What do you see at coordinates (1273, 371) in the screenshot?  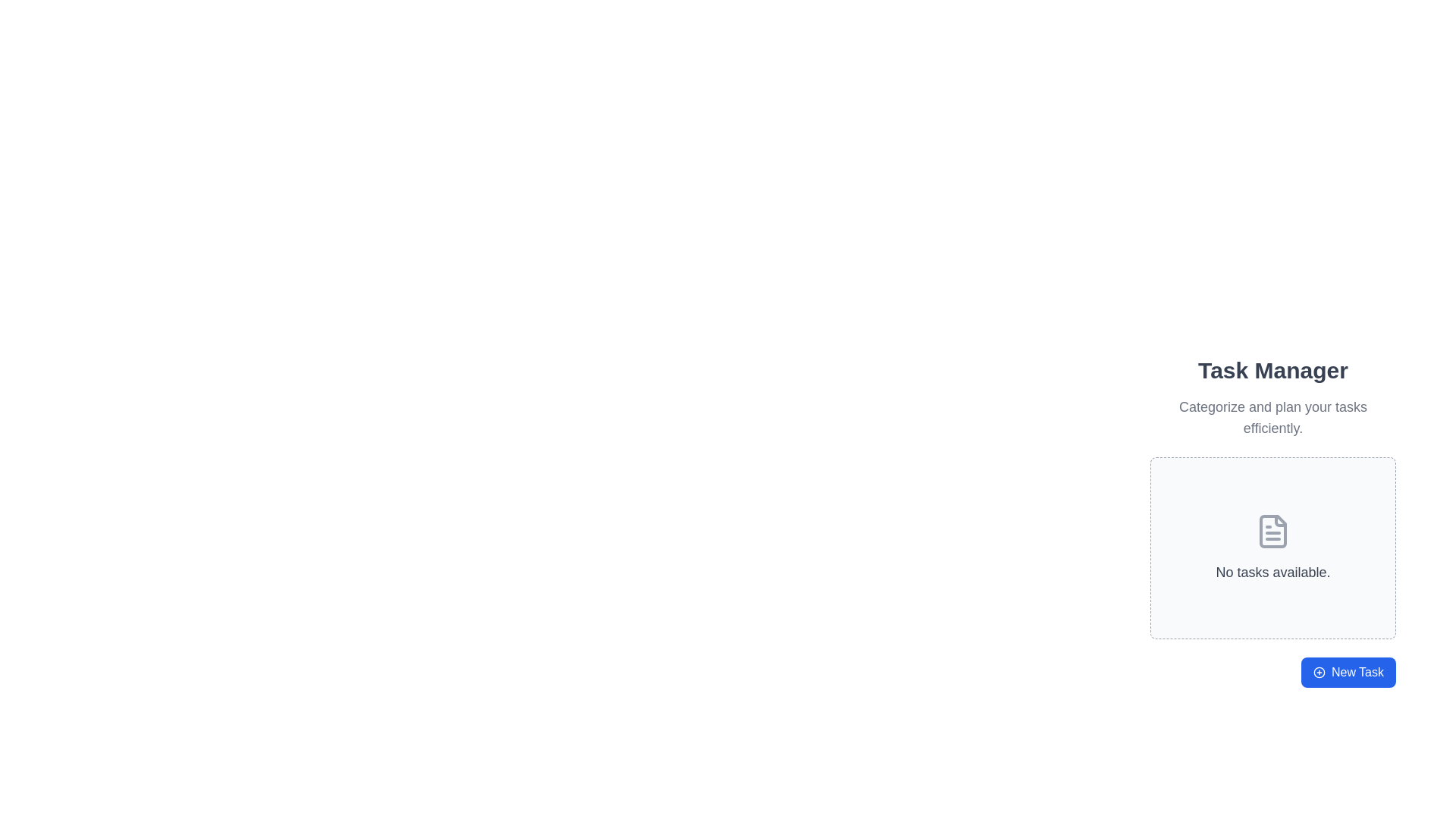 I see `text label displaying 'Task Manager' which is a bold and large dark gray text positioned above the subtitle` at bounding box center [1273, 371].